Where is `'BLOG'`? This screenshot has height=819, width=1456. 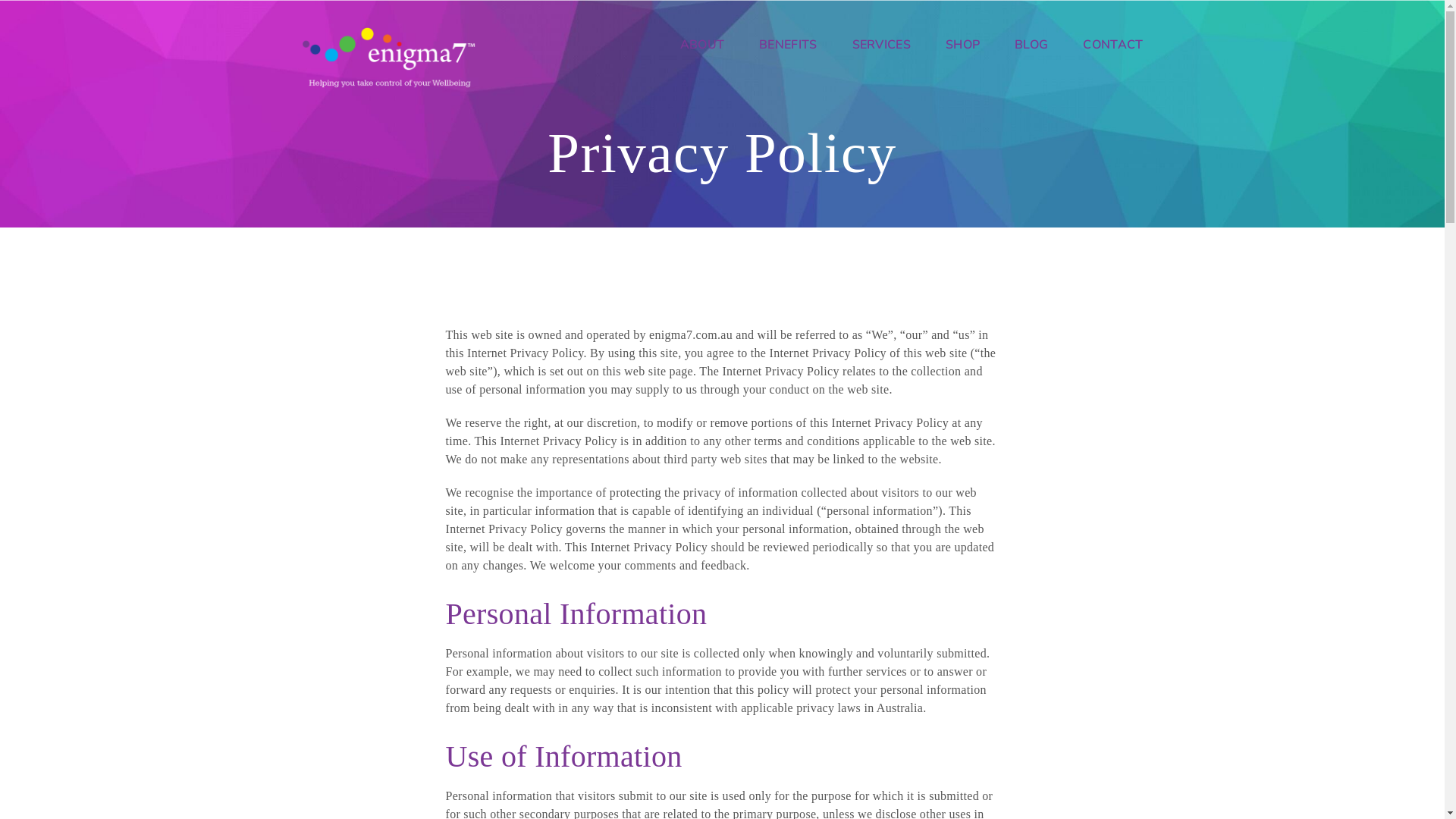 'BLOG' is located at coordinates (1031, 43).